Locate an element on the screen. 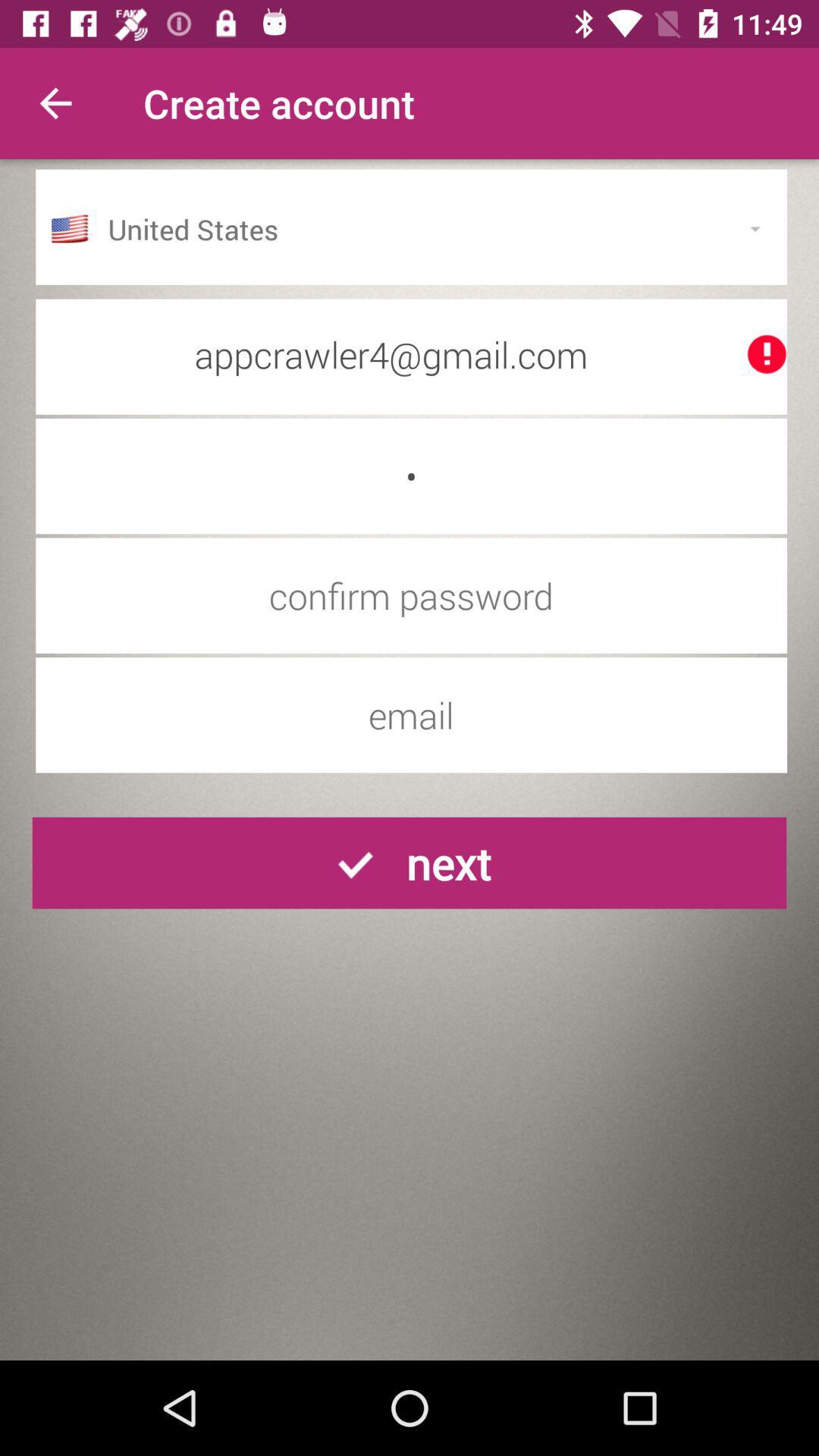 The image size is (819, 1456). email is located at coordinates (411, 714).